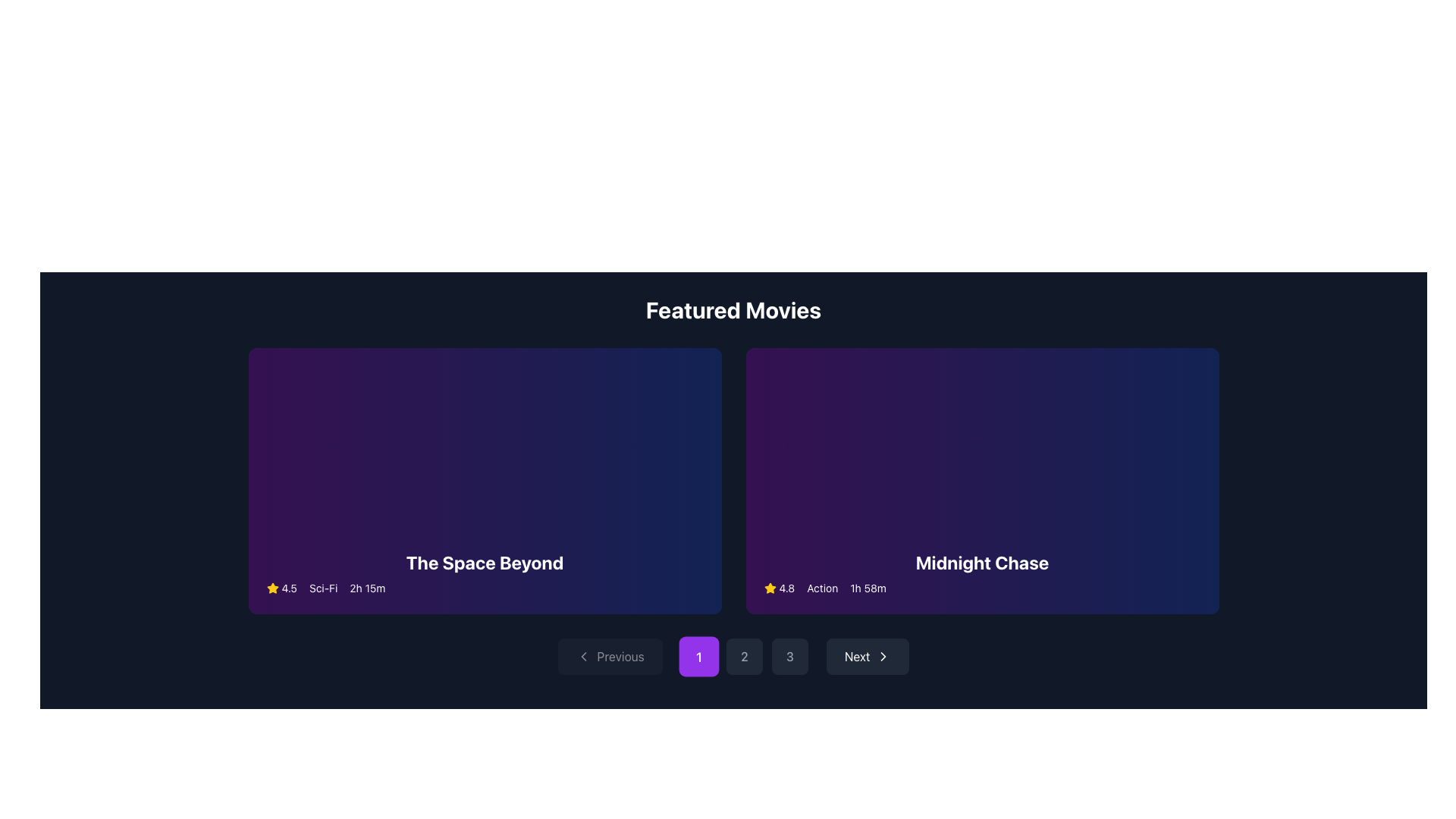 This screenshot has width=1456, height=819. I want to click on the prominent header titled 'Featured Movies', which is styled with large white bold text and is located at the top of the section above the movie cards, so click(733, 309).